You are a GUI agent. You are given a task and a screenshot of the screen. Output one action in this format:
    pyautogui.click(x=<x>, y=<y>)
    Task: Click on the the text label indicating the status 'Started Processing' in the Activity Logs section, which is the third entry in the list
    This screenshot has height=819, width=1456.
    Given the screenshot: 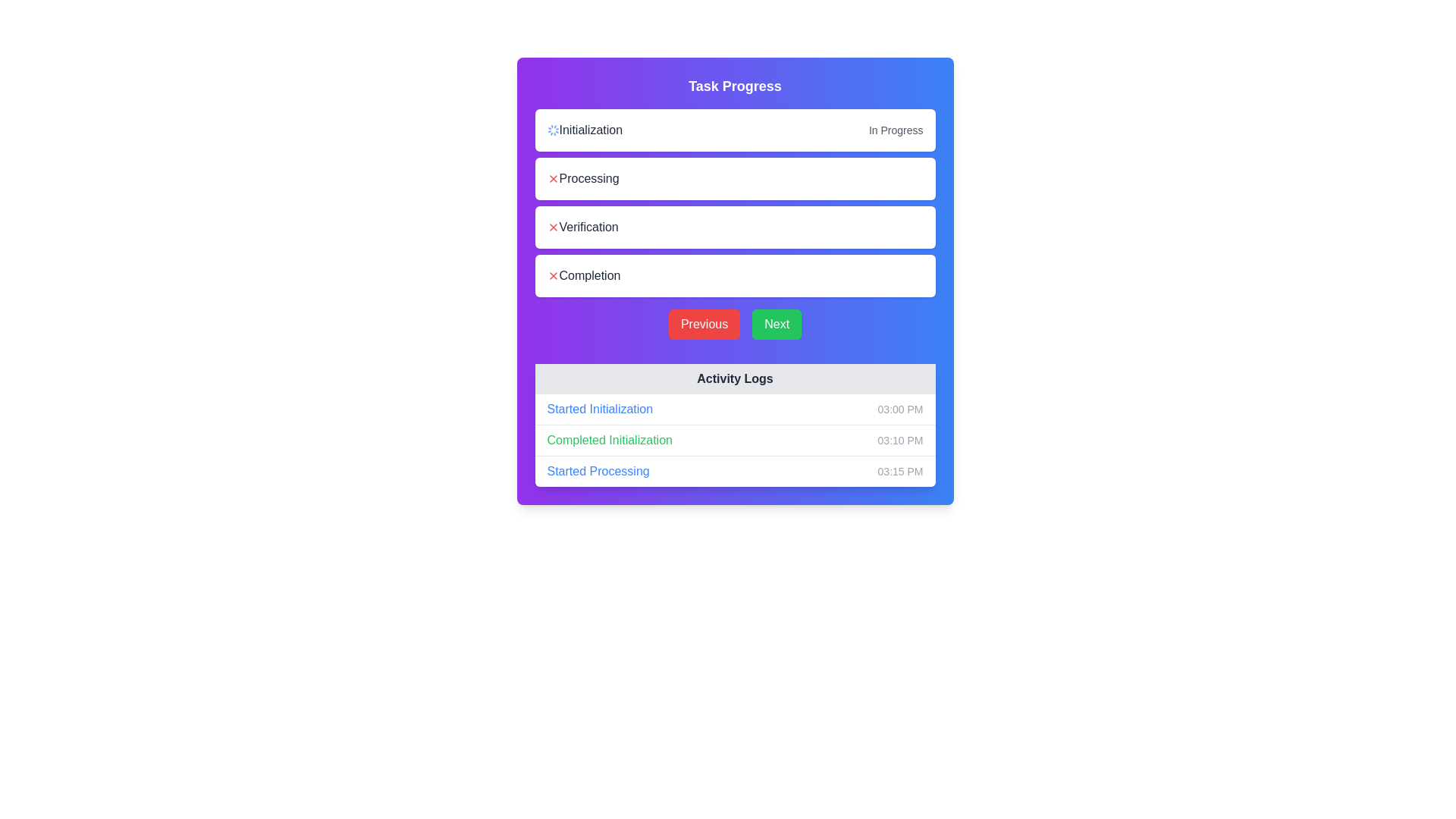 What is the action you would take?
    pyautogui.click(x=598, y=470)
    